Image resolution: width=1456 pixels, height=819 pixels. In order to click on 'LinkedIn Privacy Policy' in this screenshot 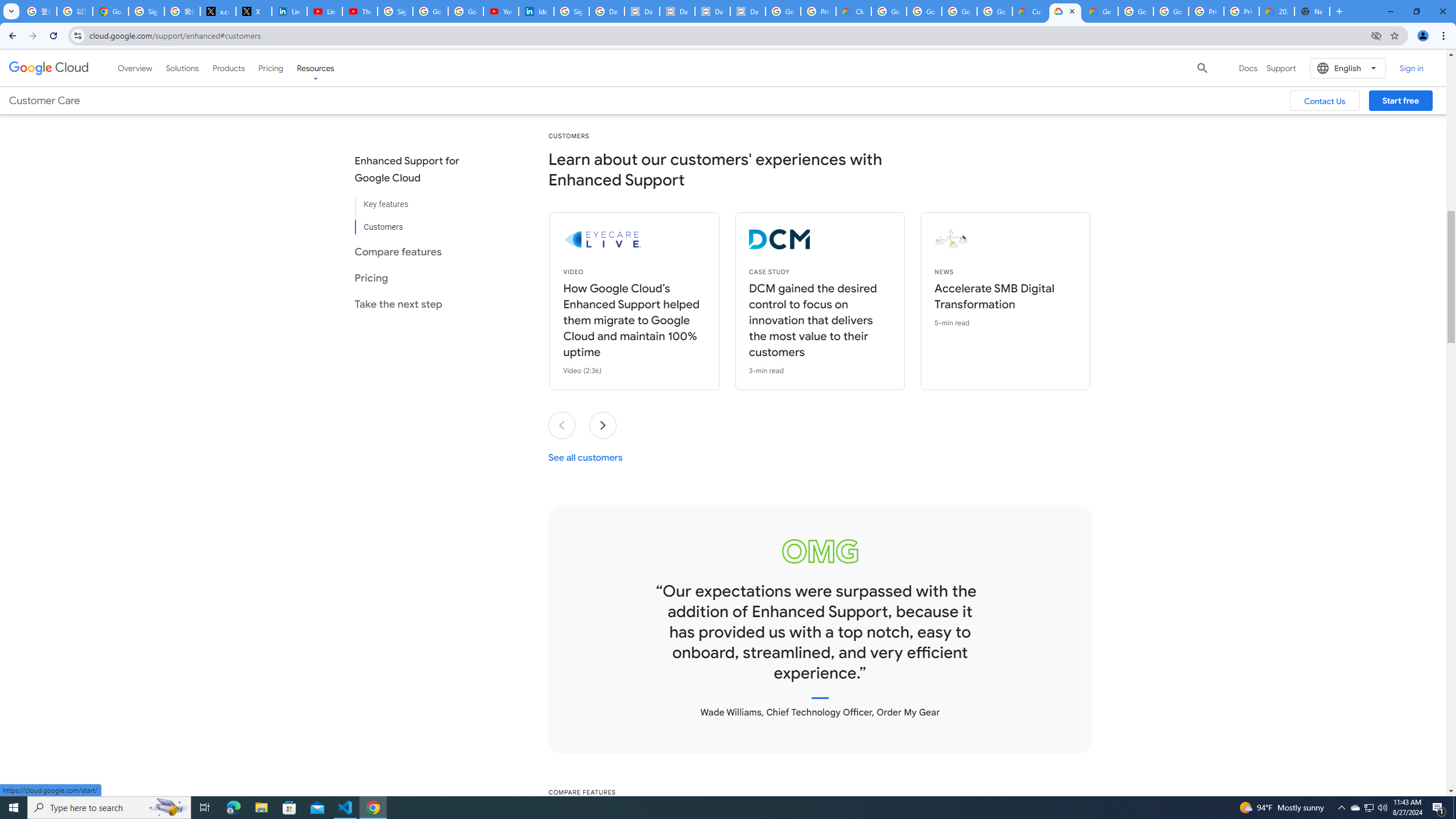, I will do `click(288, 11)`.